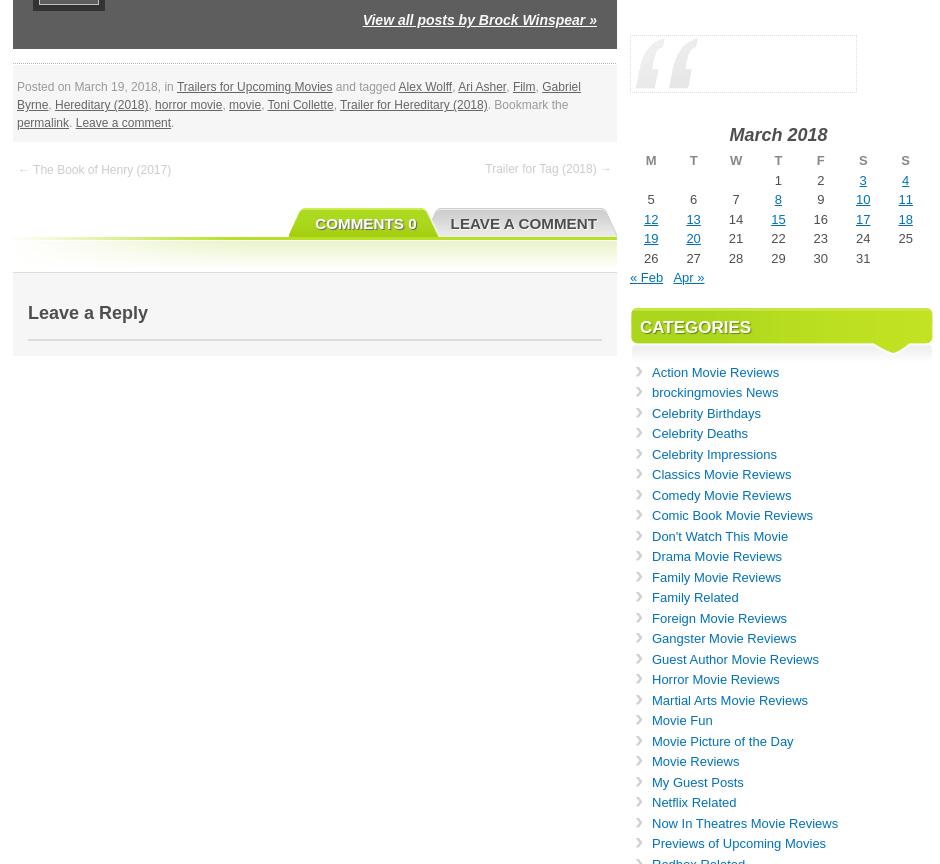  What do you see at coordinates (101, 104) in the screenshot?
I see `'Hereditary (2018)'` at bounding box center [101, 104].